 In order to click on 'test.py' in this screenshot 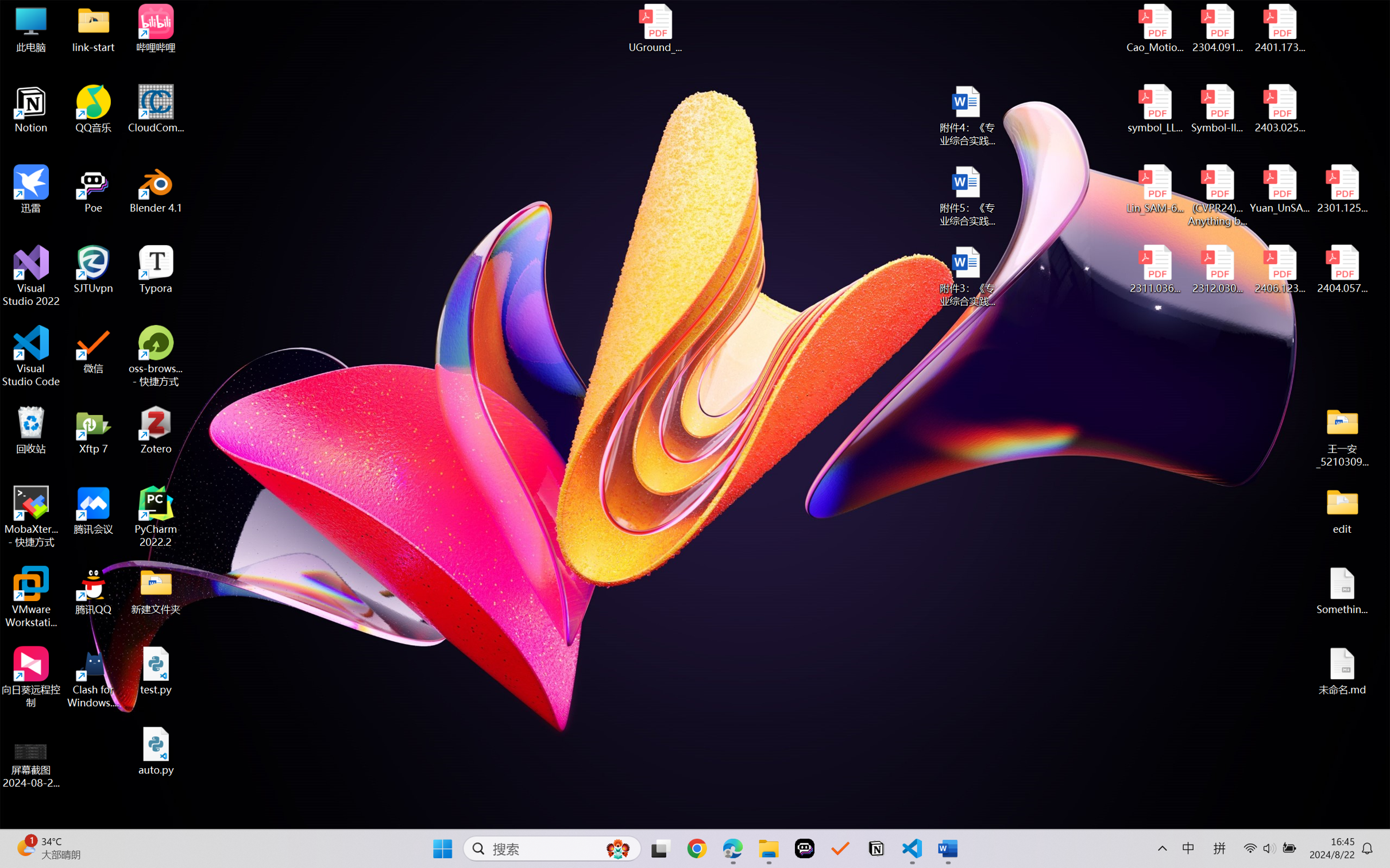, I will do `click(156, 670)`.